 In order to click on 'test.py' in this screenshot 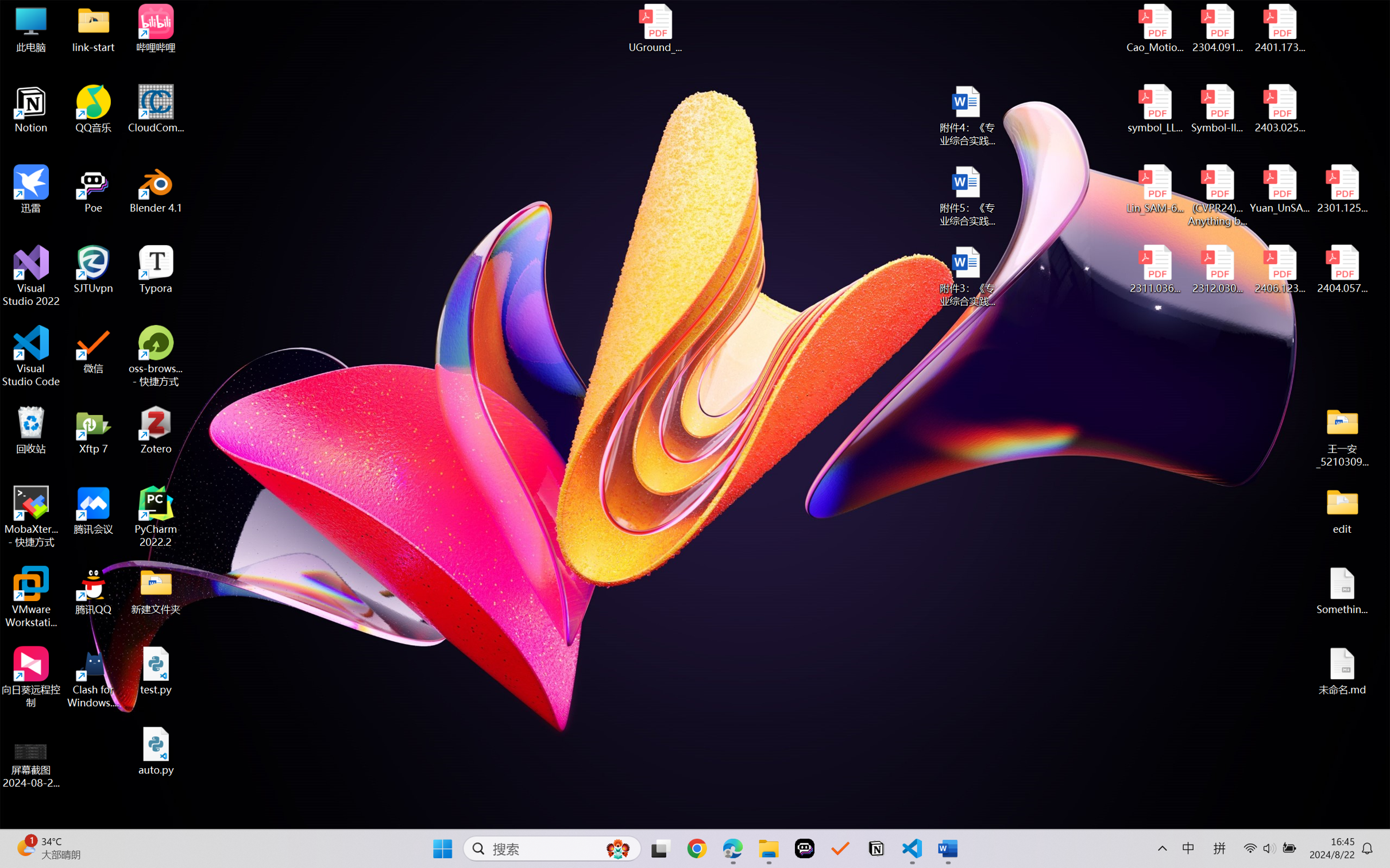, I will do `click(156, 670)`.